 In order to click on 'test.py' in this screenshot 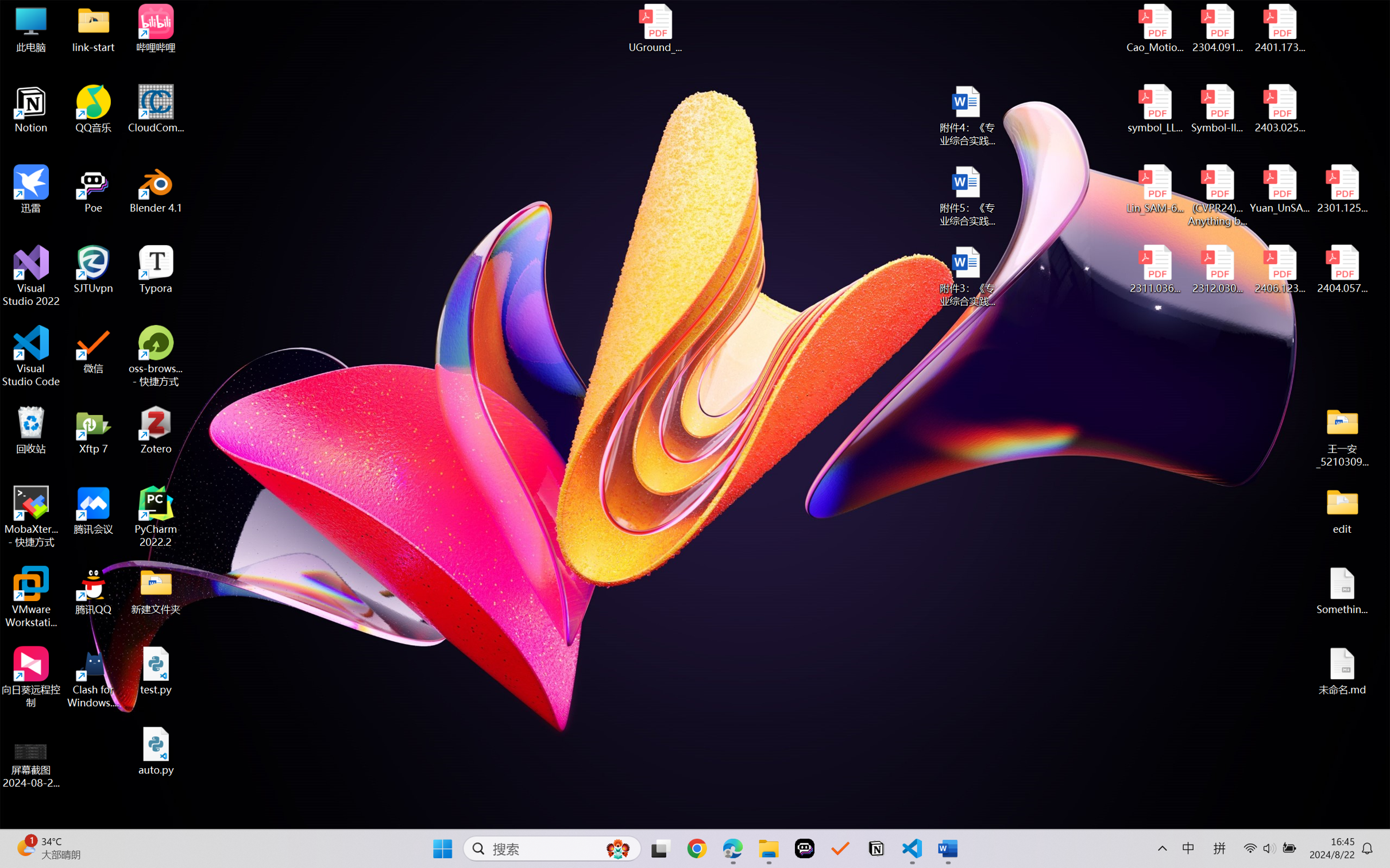, I will do `click(156, 670)`.